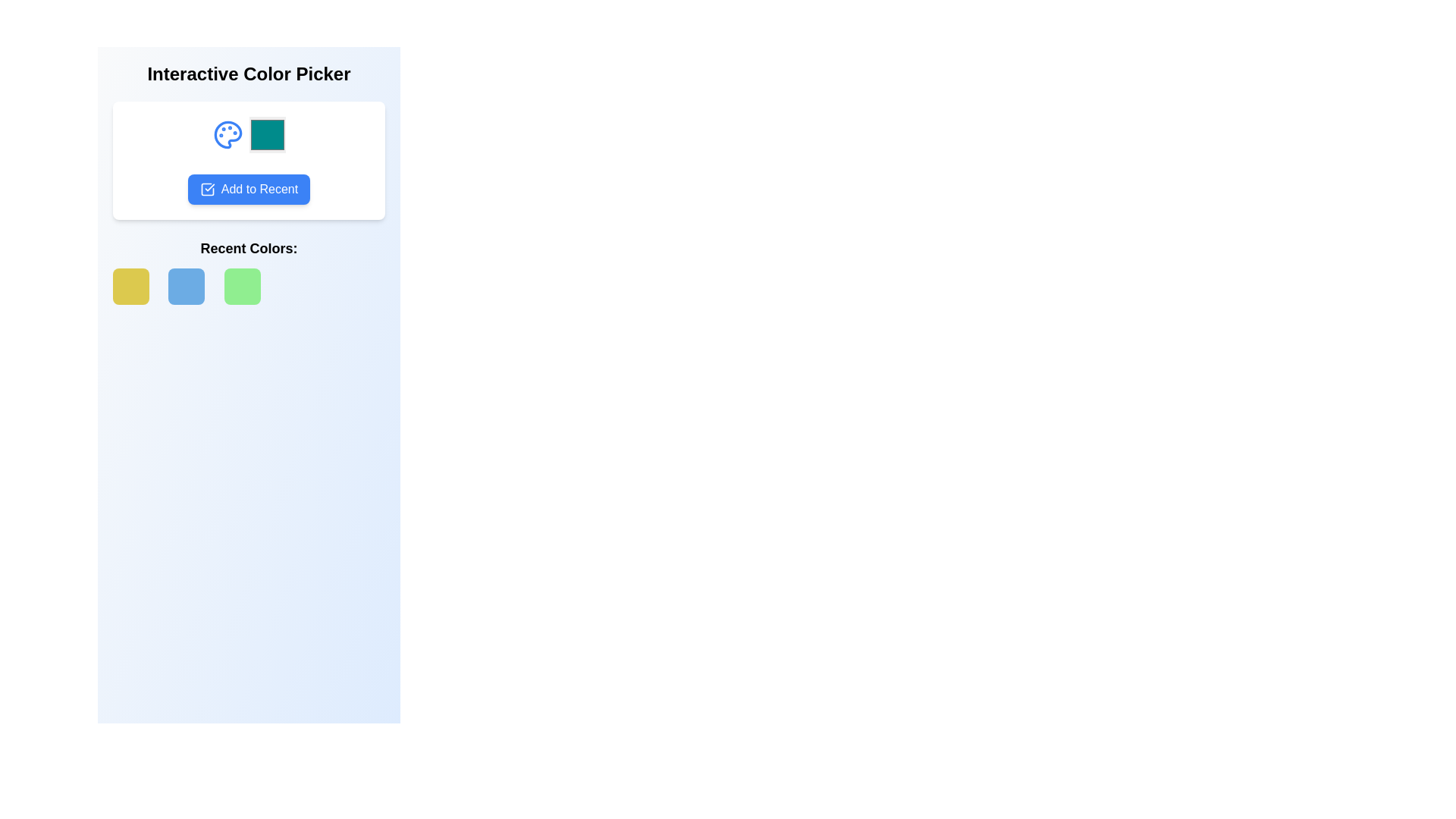 Image resolution: width=1456 pixels, height=819 pixels. I want to click on the blue palette icon, which is the first icon in a horizontal arrangement above the 'Add to Recent' button, to interact with it, so click(227, 133).